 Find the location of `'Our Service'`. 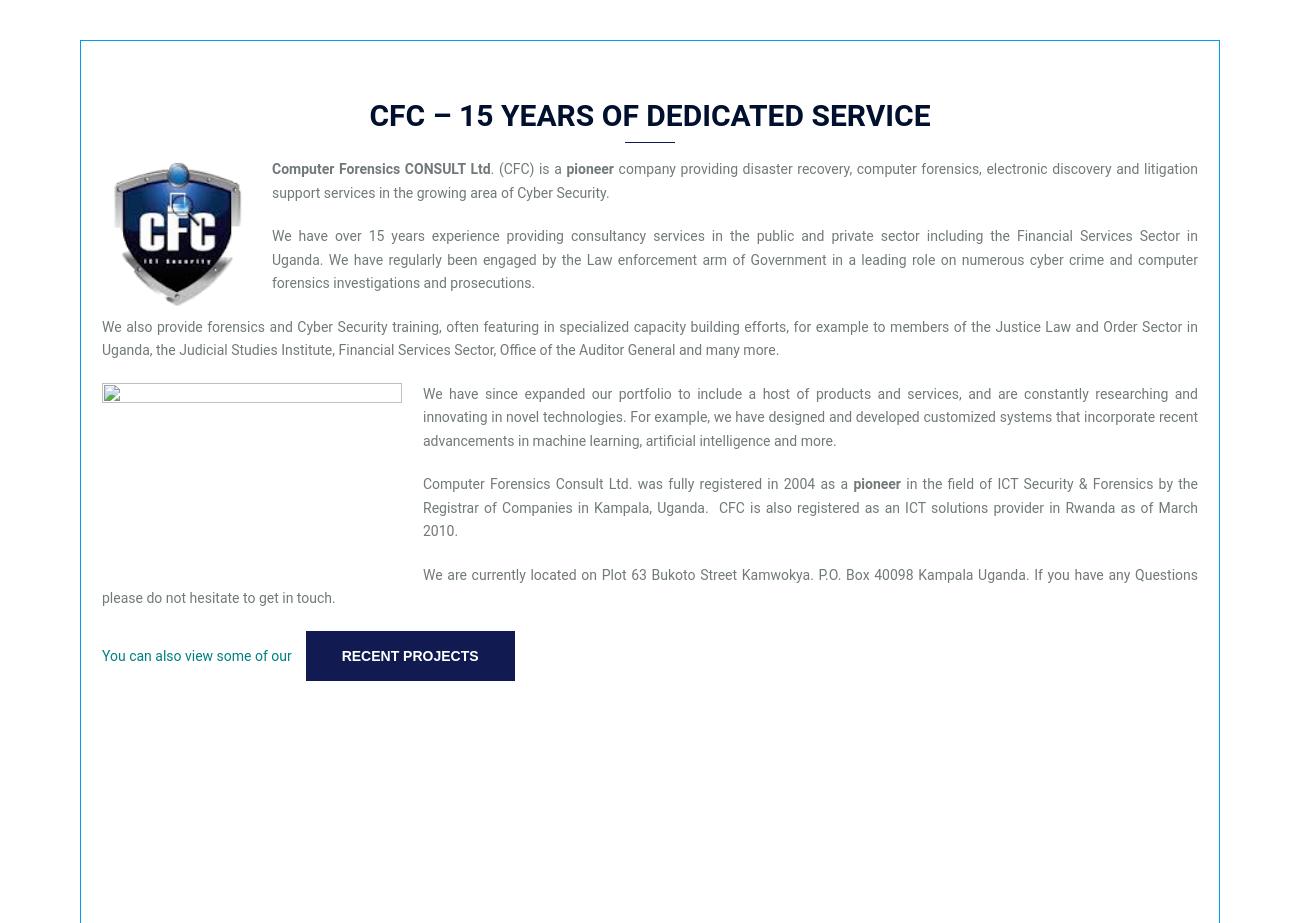

'Our Service' is located at coordinates (1001, 111).